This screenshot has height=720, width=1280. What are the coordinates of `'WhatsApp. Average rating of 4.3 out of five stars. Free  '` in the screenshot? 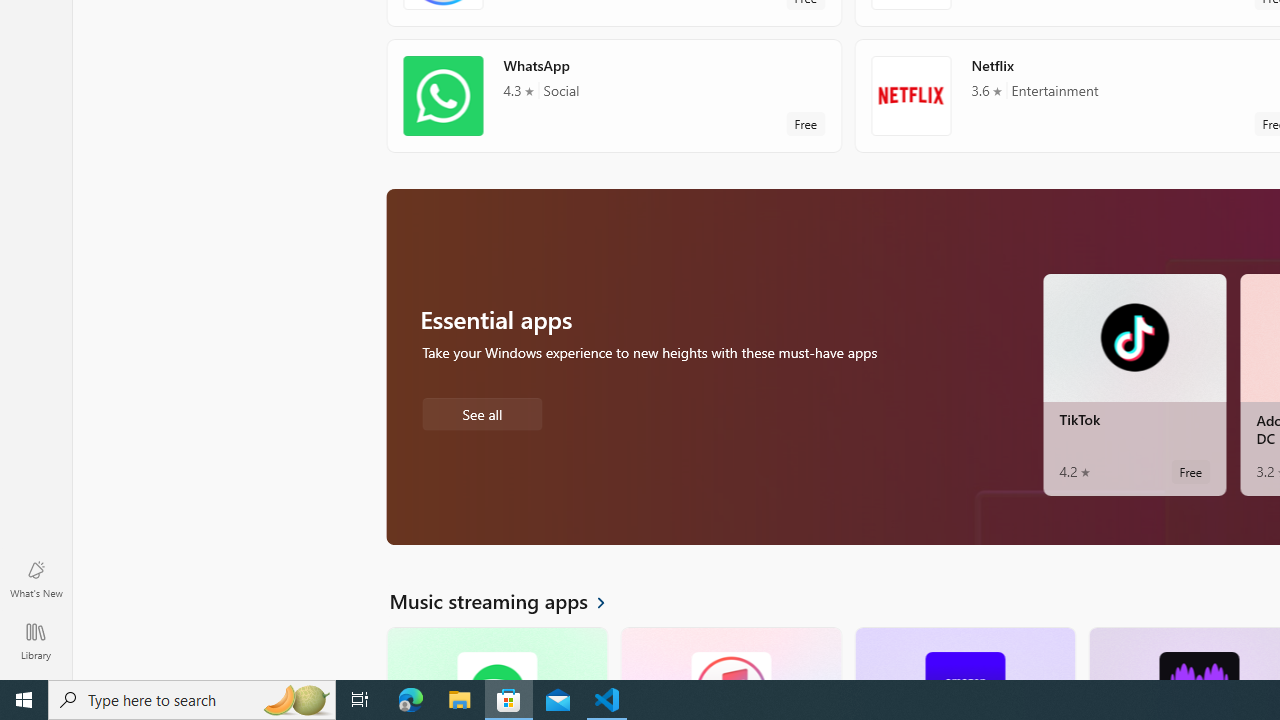 It's located at (613, 95).